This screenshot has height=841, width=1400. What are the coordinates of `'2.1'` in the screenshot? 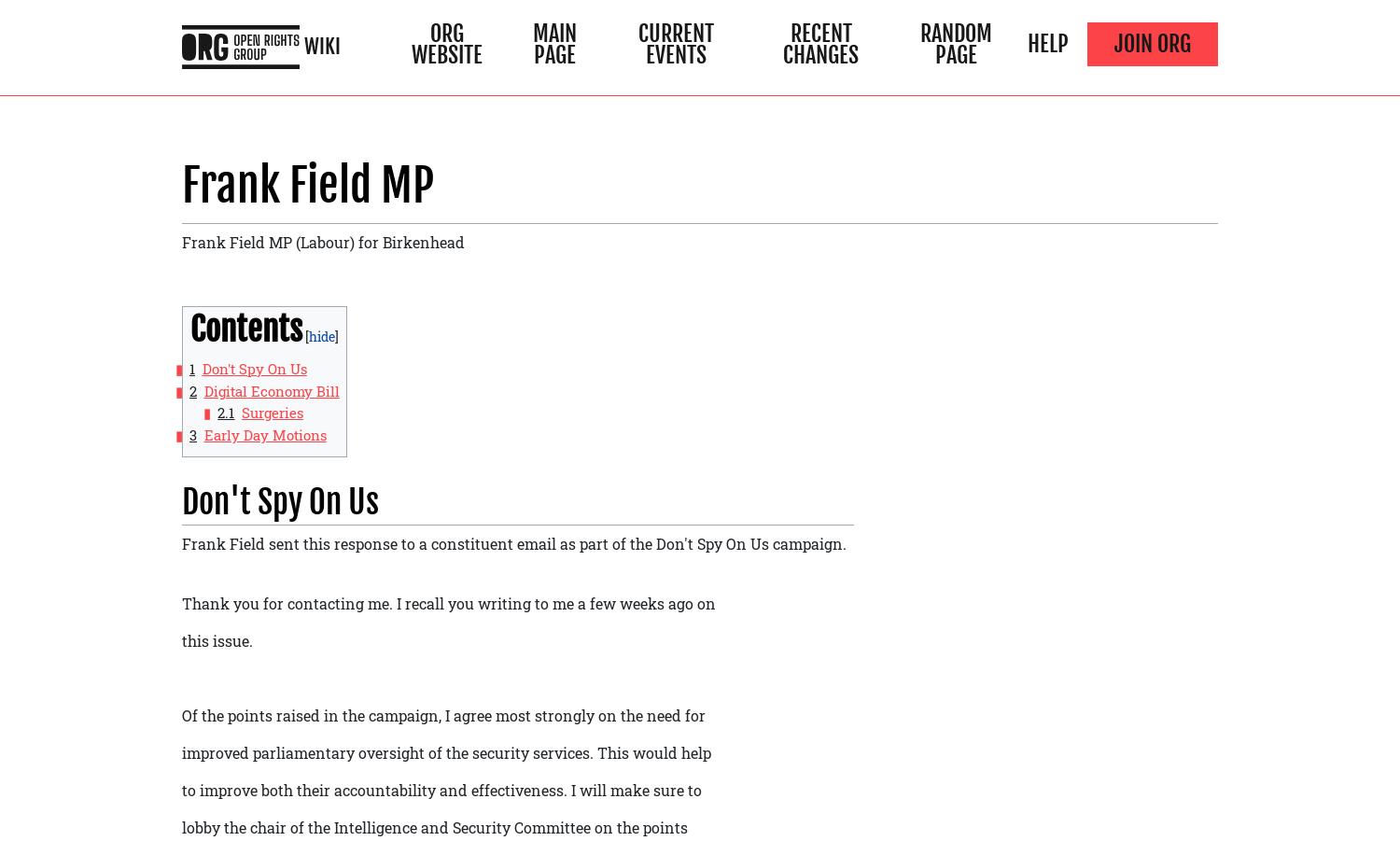 It's located at (224, 411).